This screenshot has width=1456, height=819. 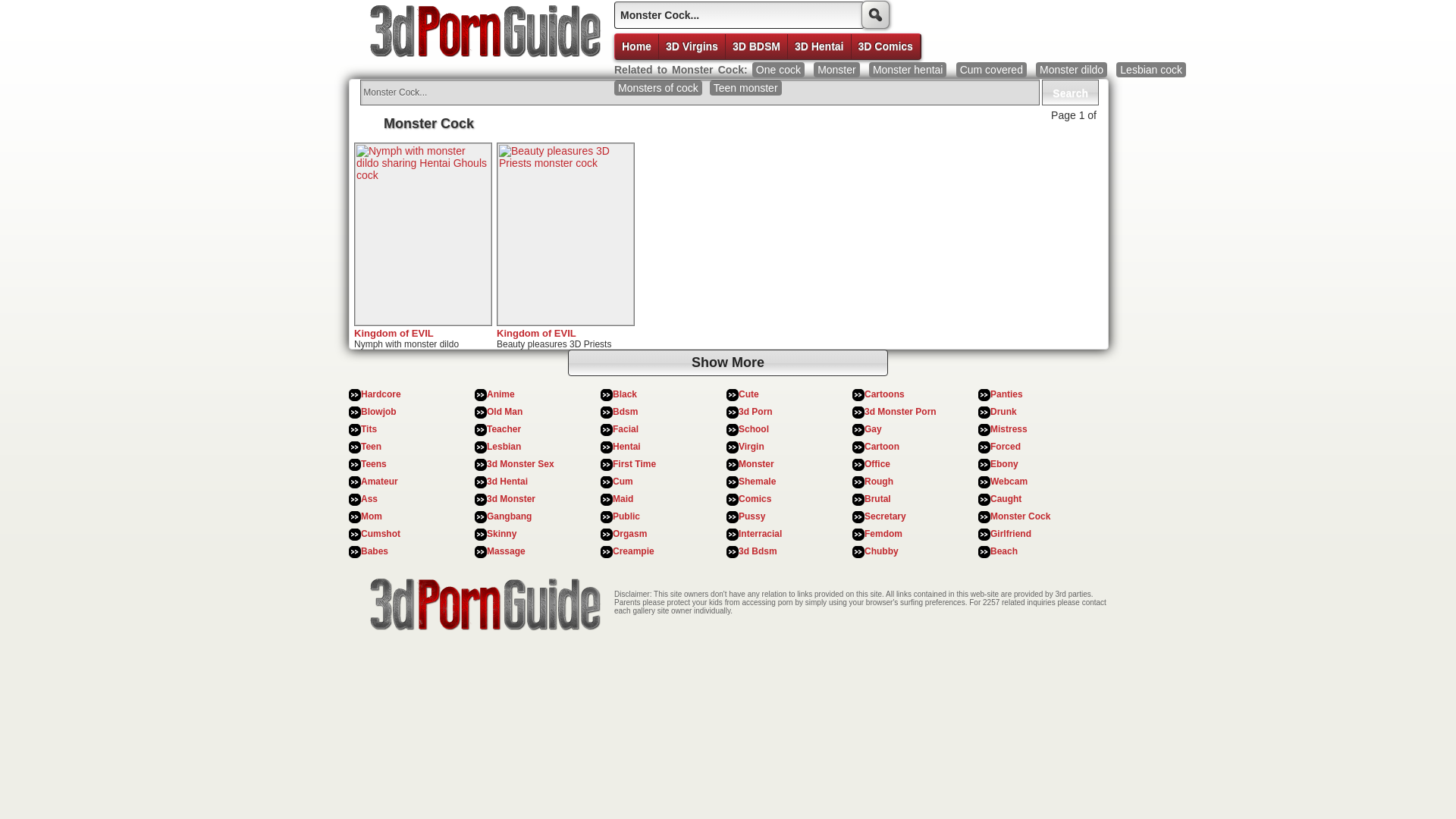 What do you see at coordinates (381, 533) in the screenshot?
I see `'Cumshot'` at bounding box center [381, 533].